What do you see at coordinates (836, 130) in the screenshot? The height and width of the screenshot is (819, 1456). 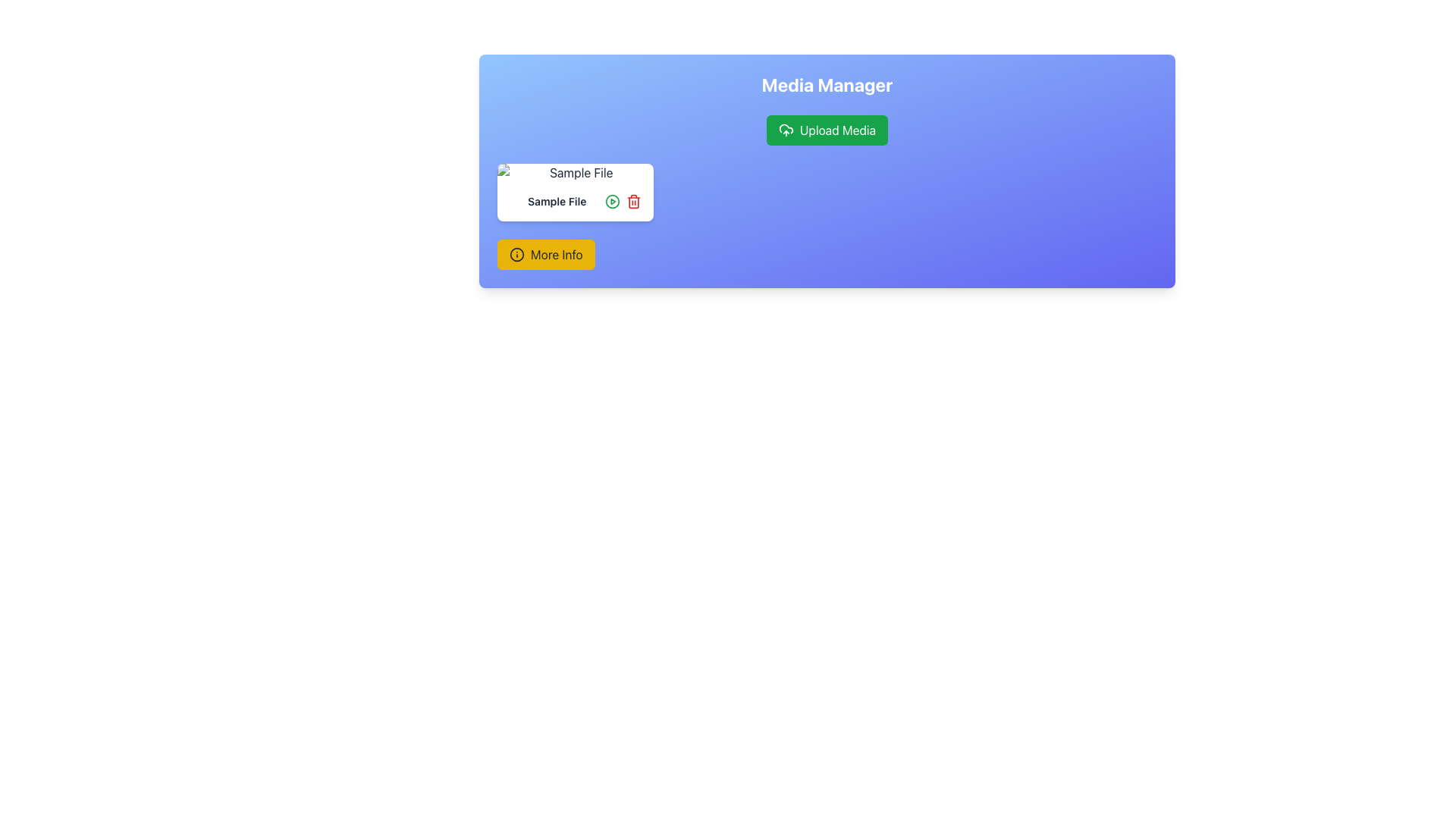 I see `the 'Upload Media' label, which is displayed in white font on a green background, located within a button at the top-right of the interface` at bounding box center [836, 130].